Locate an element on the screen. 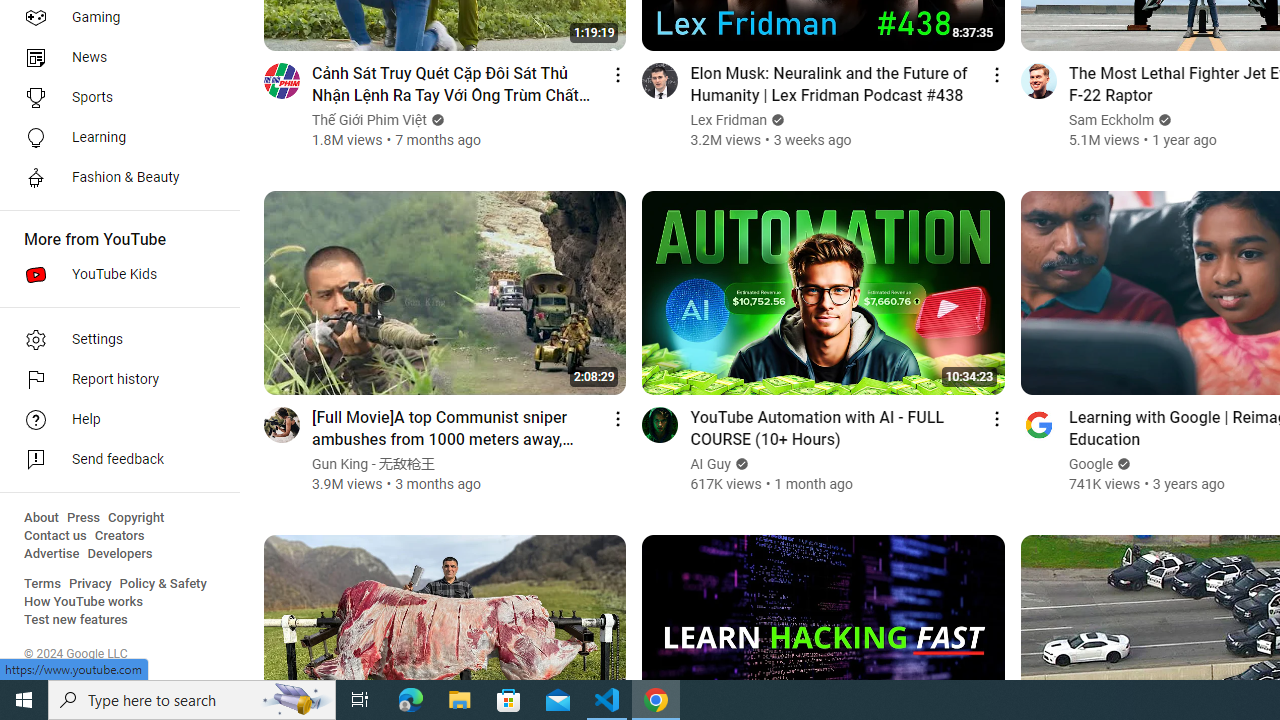 The image size is (1280, 720). 'Sports' is located at coordinates (112, 97).